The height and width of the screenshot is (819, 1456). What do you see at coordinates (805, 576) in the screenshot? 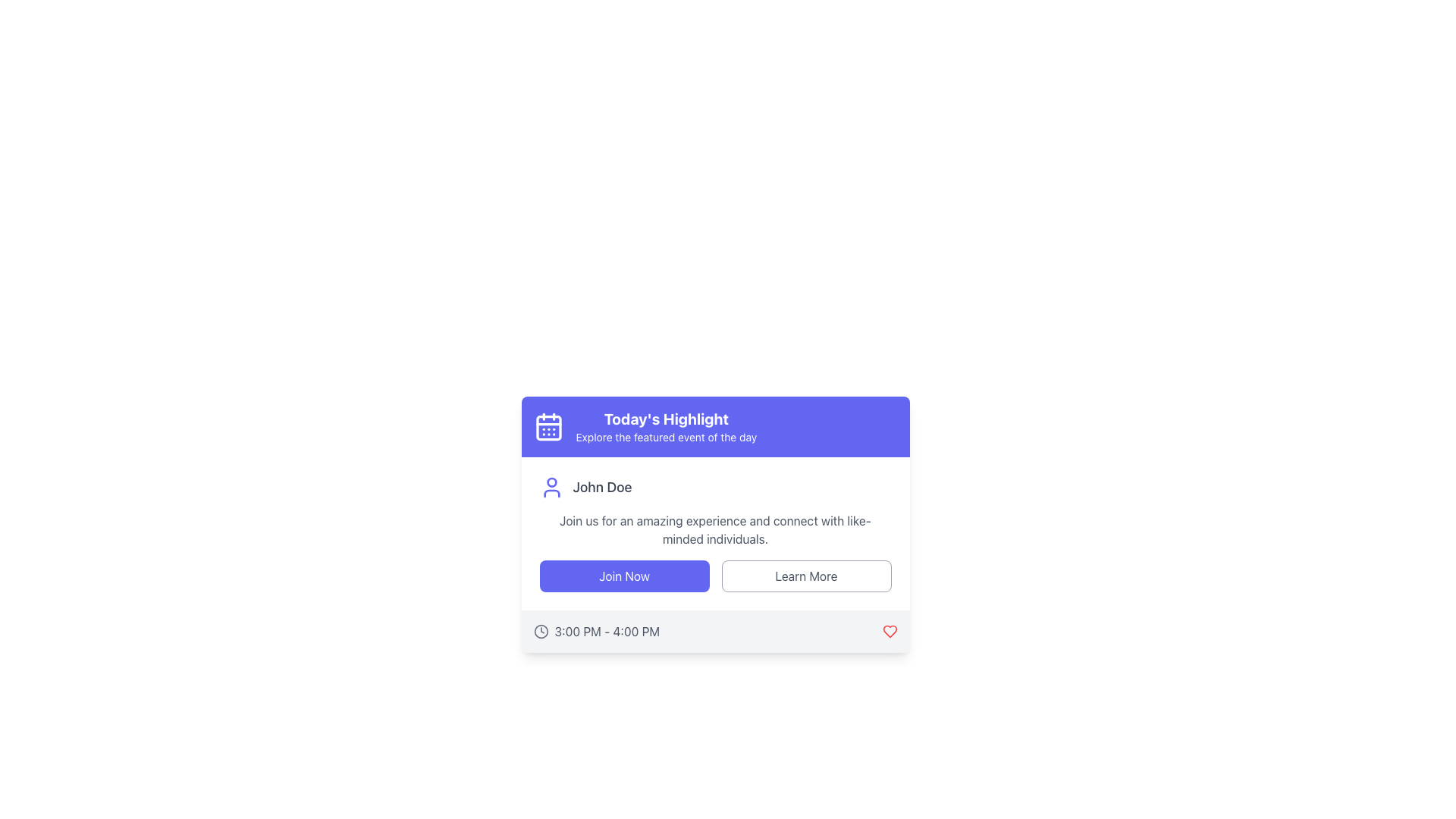
I see `the informational button located to the right of the 'Join Now' button` at bounding box center [805, 576].